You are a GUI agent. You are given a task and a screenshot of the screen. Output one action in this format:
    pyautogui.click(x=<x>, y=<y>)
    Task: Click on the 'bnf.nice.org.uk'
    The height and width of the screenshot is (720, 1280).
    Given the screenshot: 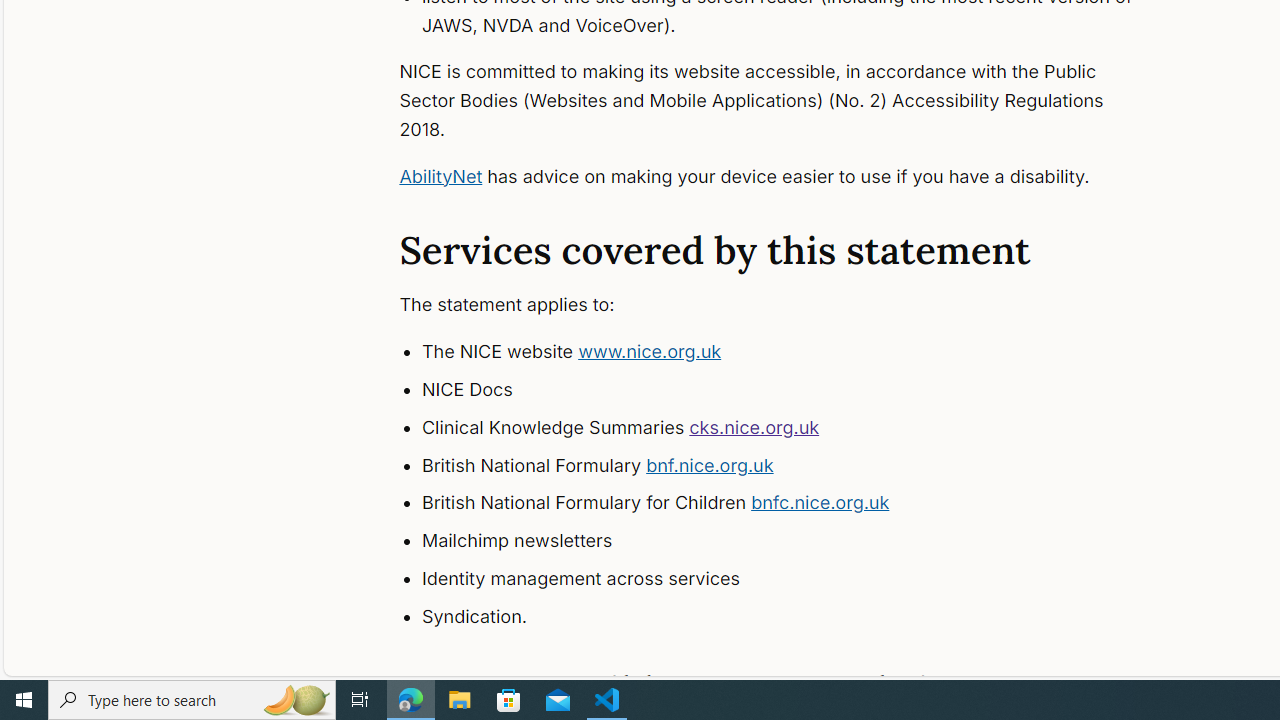 What is the action you would take?
    pyautogui.click(x=710, y=465)
    